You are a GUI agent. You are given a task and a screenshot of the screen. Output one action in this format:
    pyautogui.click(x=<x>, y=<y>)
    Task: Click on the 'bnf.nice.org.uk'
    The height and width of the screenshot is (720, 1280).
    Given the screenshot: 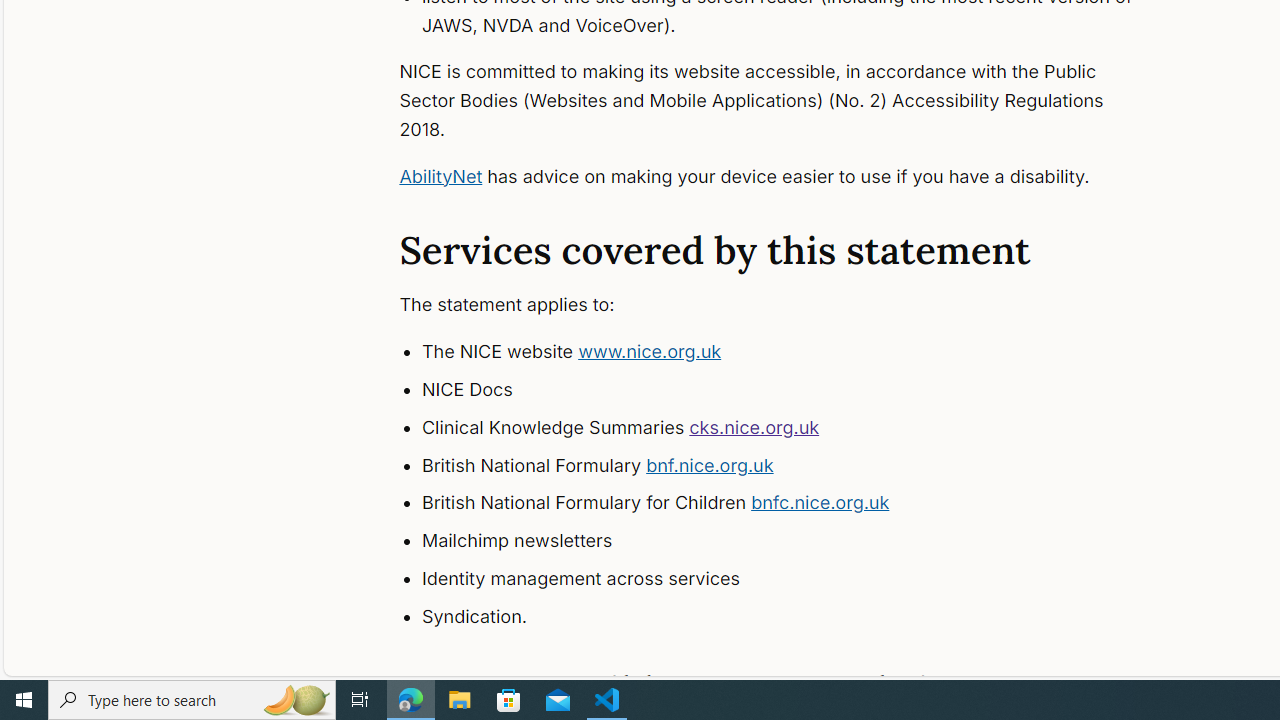 What is the action you would take?
    pyautogui.click(x=710, y=465)
    